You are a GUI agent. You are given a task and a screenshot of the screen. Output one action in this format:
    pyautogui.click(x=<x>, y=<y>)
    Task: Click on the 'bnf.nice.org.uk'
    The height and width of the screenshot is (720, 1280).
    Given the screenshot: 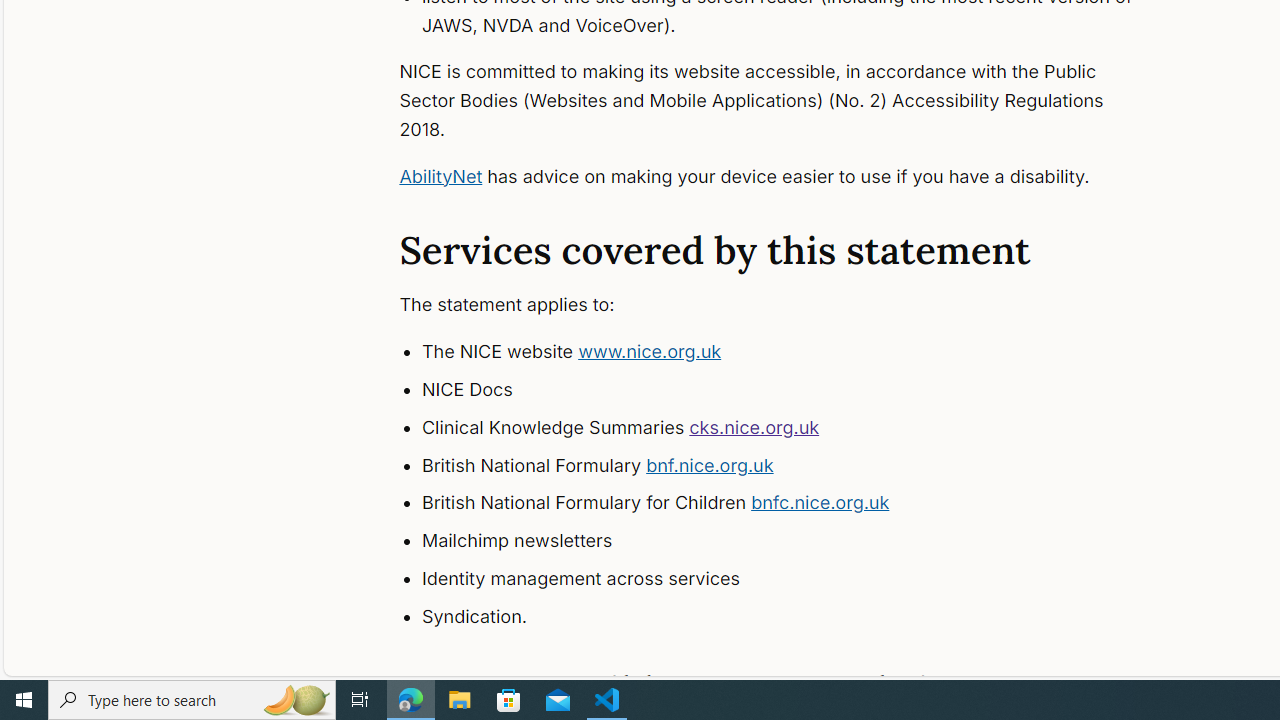 What is the action you would take?
    pyautogui.click(x=710, y=465)
    